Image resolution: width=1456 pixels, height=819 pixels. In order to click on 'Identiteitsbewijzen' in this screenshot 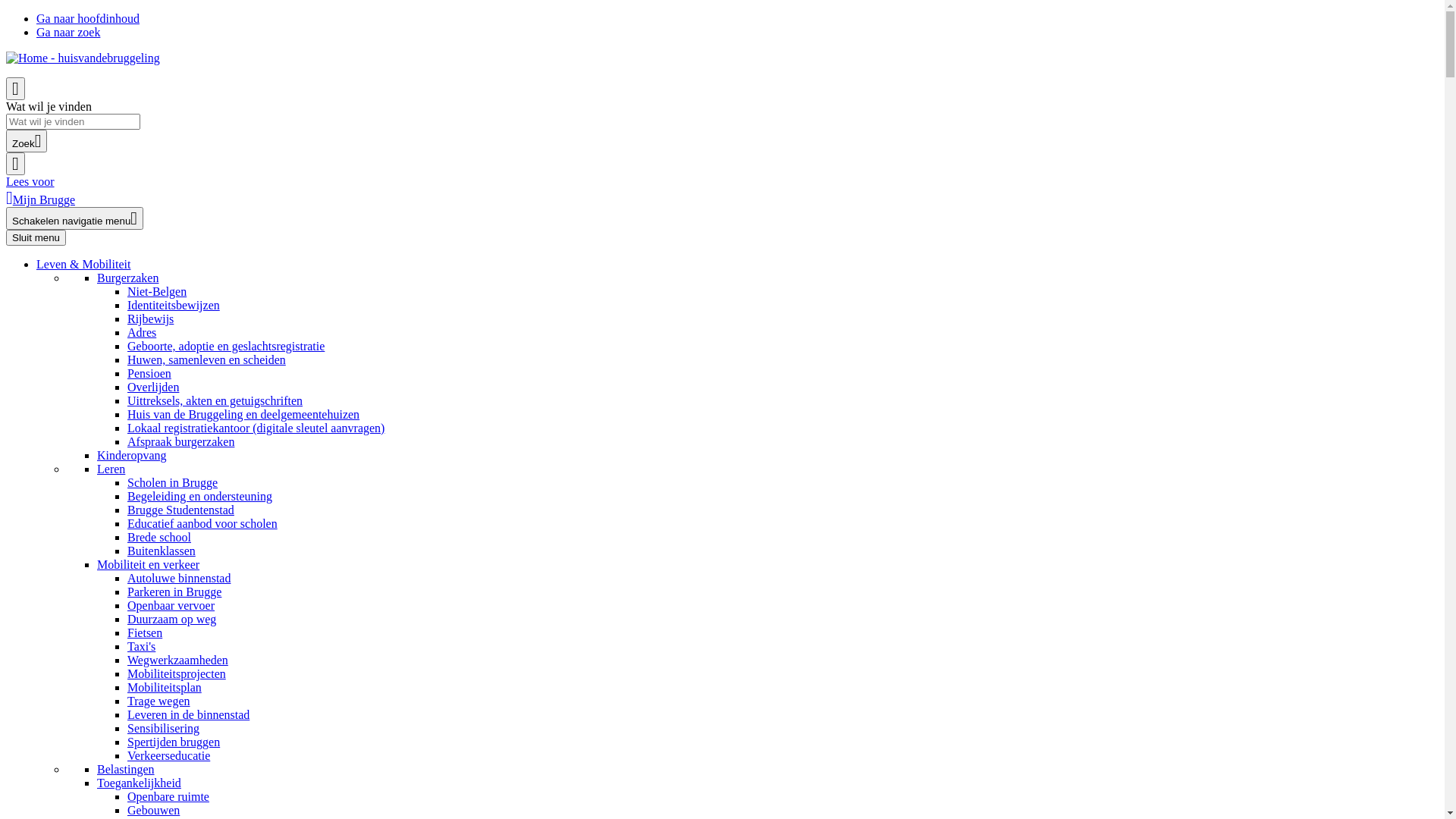, I will do `click(174, 305)`.